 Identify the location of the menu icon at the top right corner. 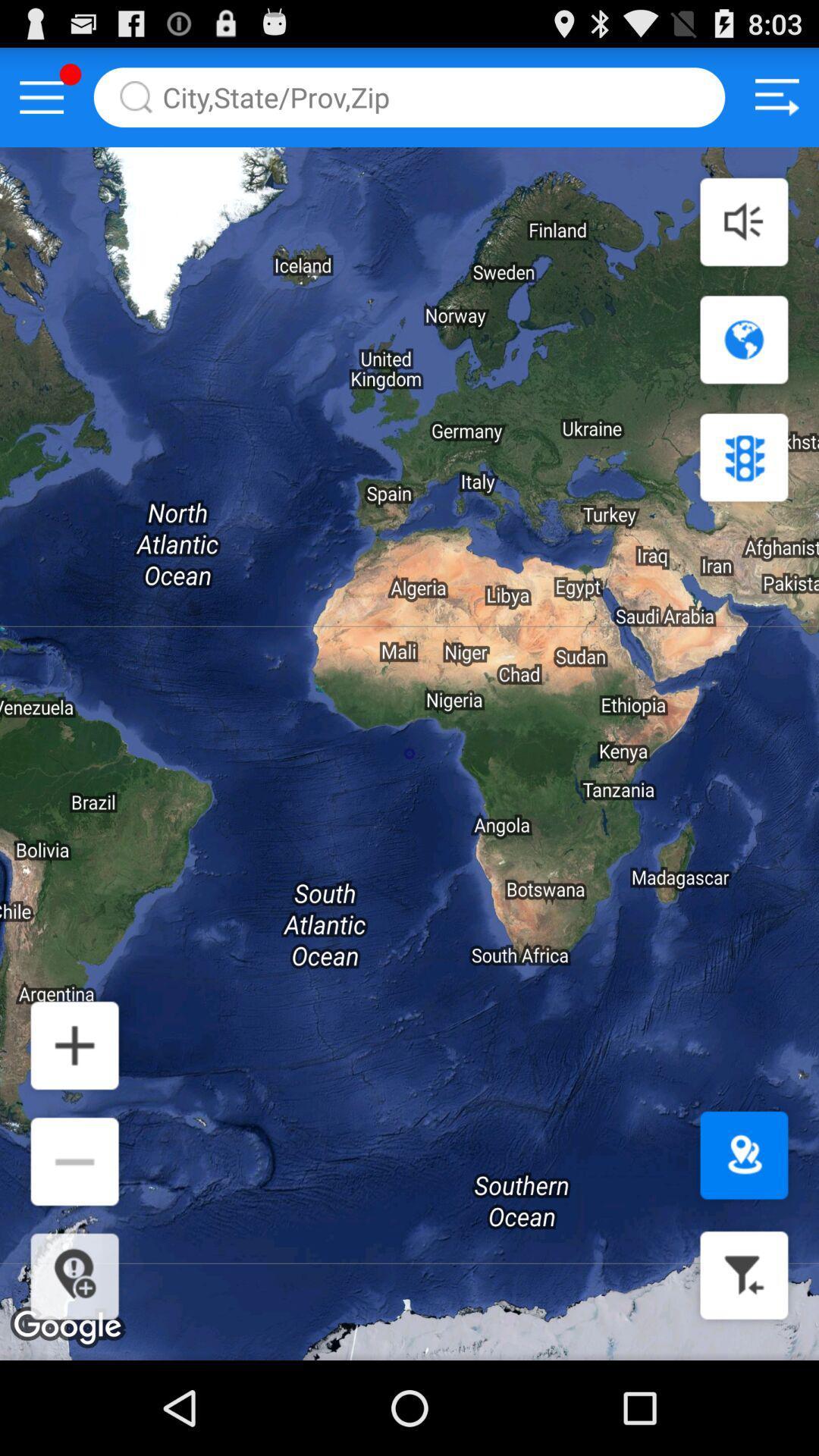
(777, 97).